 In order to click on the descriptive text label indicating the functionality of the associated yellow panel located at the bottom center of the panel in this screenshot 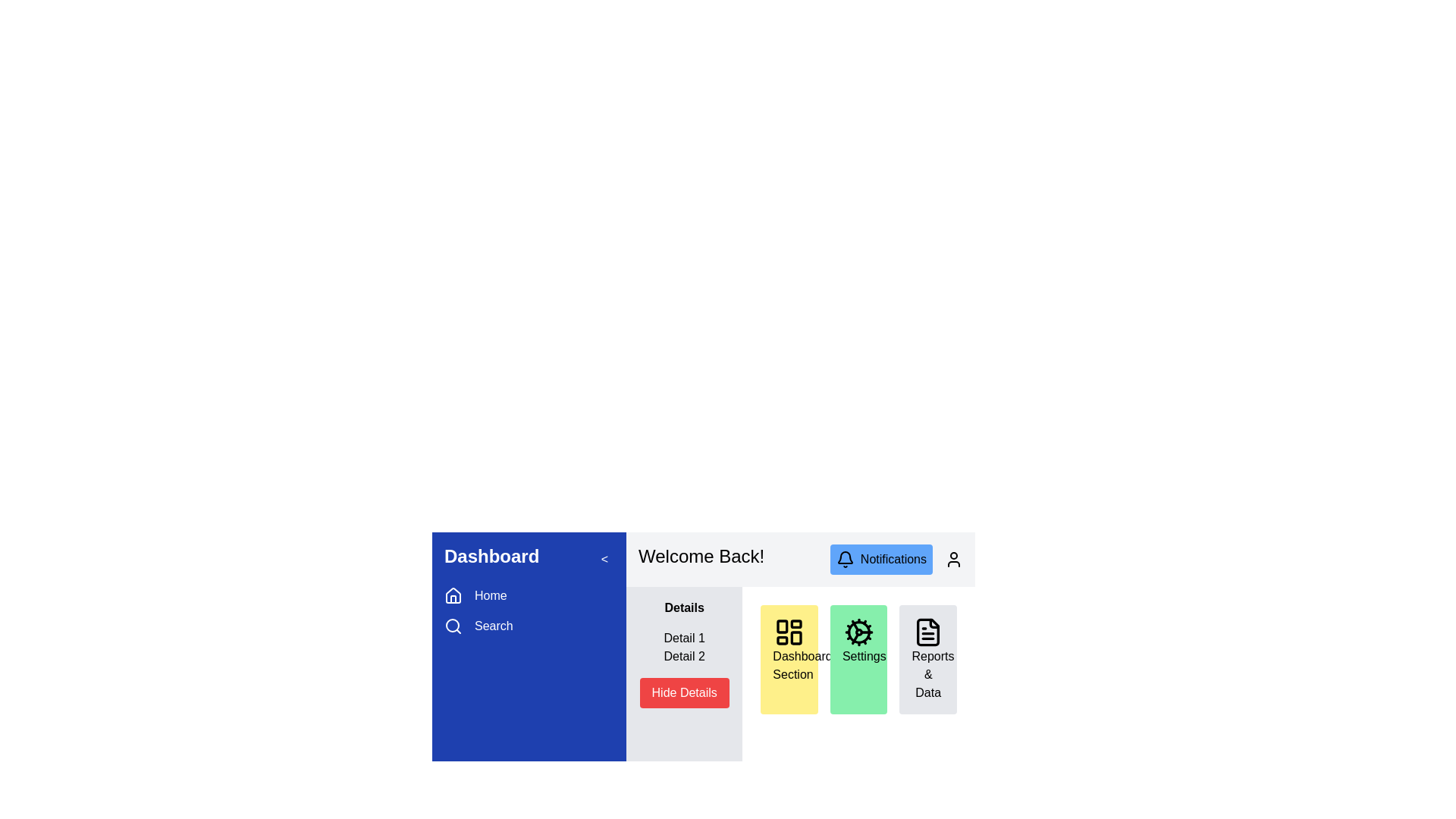, I will do `click(802, 664)`.